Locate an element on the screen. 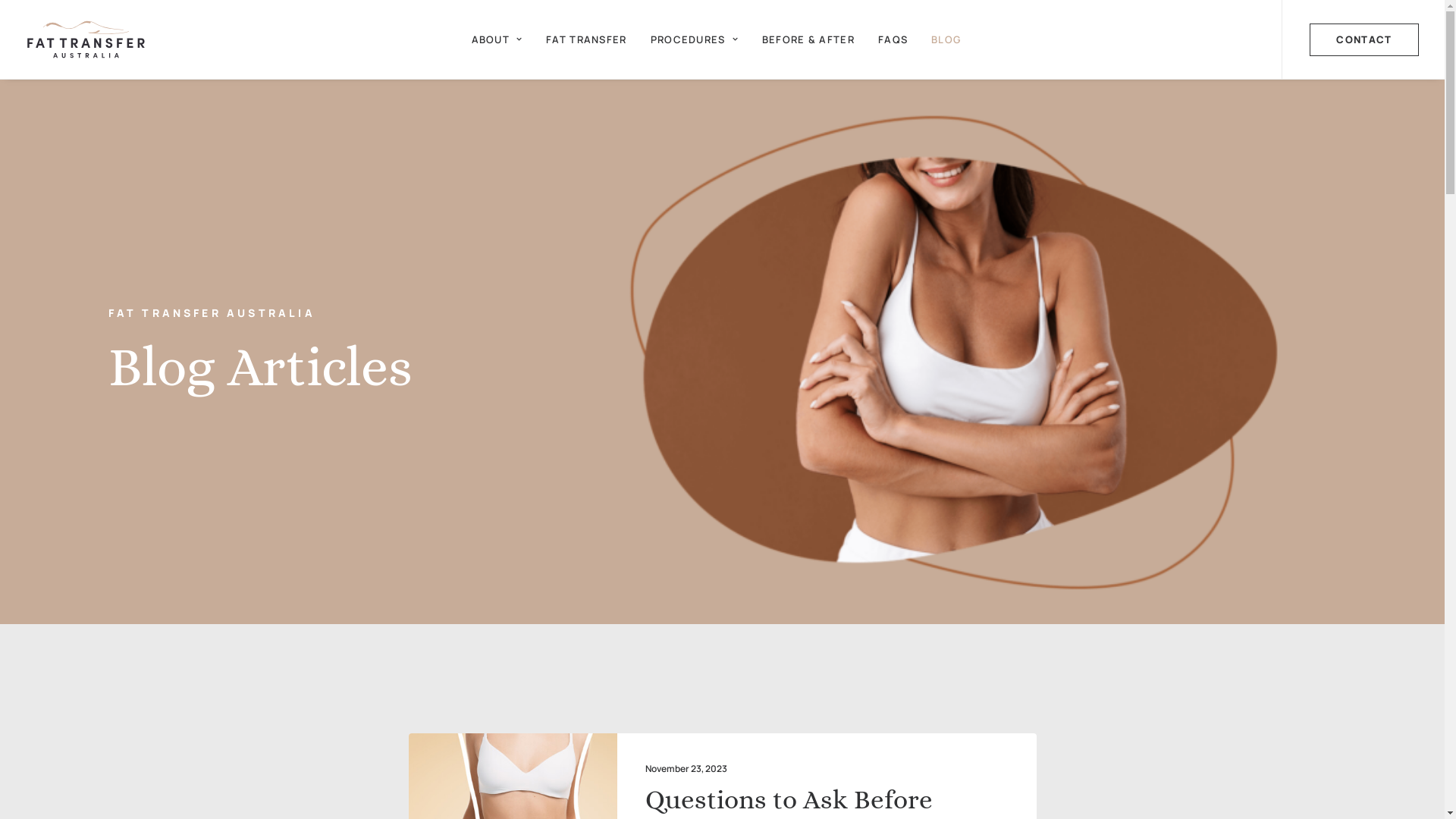 This screenshot has height=819, width=1456. 'PROCEDURES' is located at coordinates (694, 38).